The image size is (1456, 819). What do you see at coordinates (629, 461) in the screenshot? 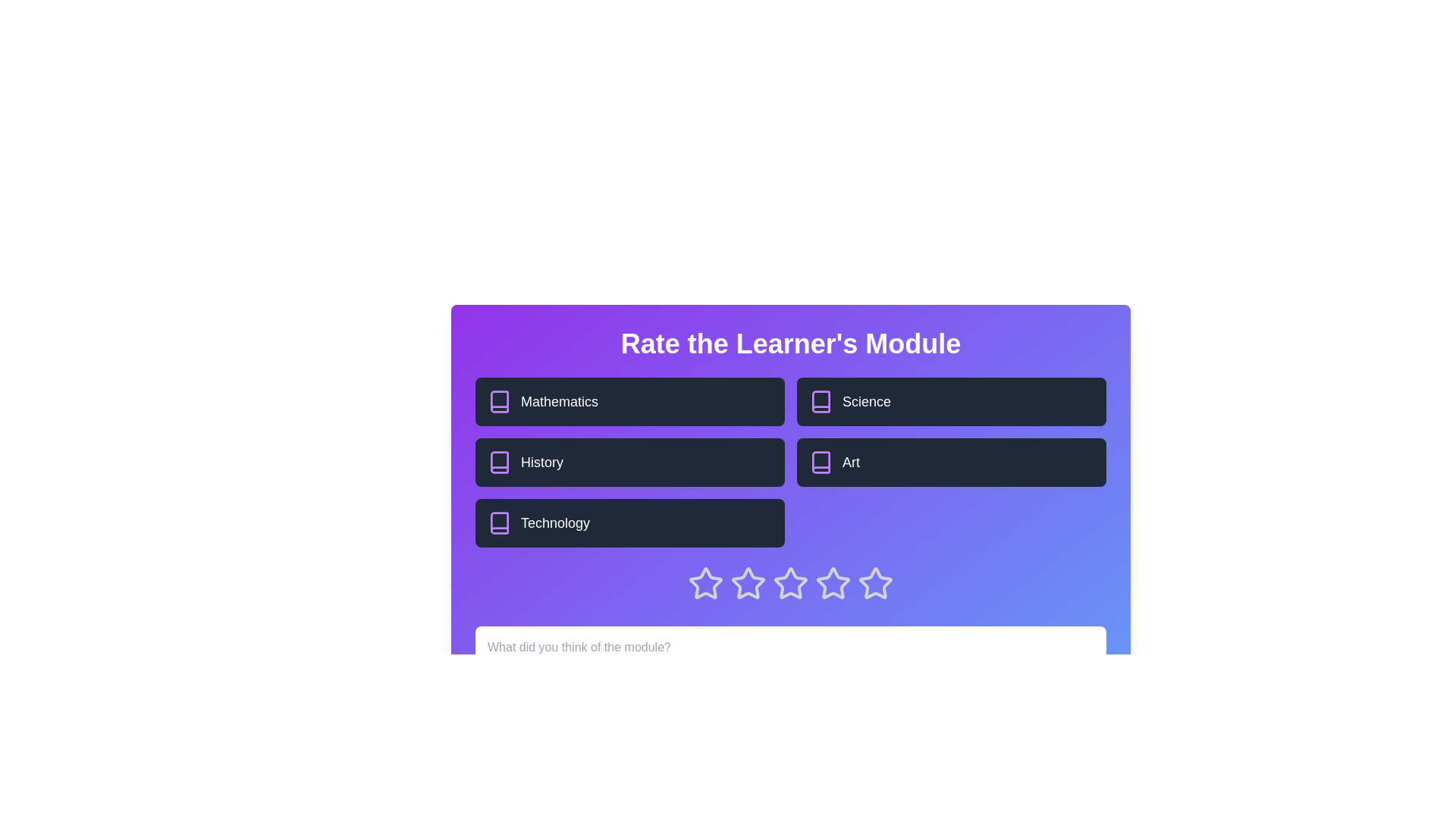
I see `the topic block labeled History` at bounding box center [629, 461].